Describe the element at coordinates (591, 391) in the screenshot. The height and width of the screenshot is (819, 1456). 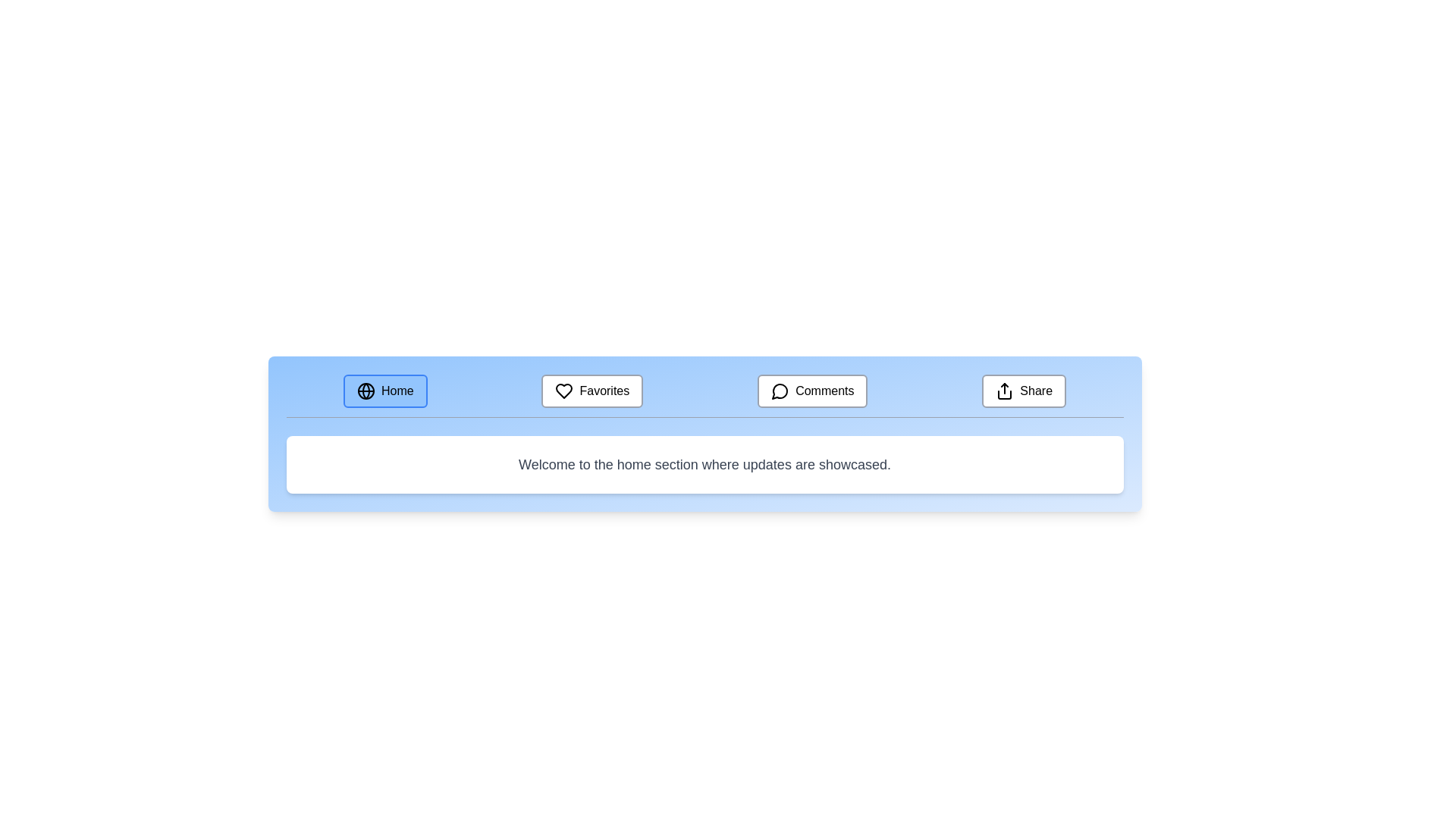
I see `the Favorites tab by clicking on it` at that location.